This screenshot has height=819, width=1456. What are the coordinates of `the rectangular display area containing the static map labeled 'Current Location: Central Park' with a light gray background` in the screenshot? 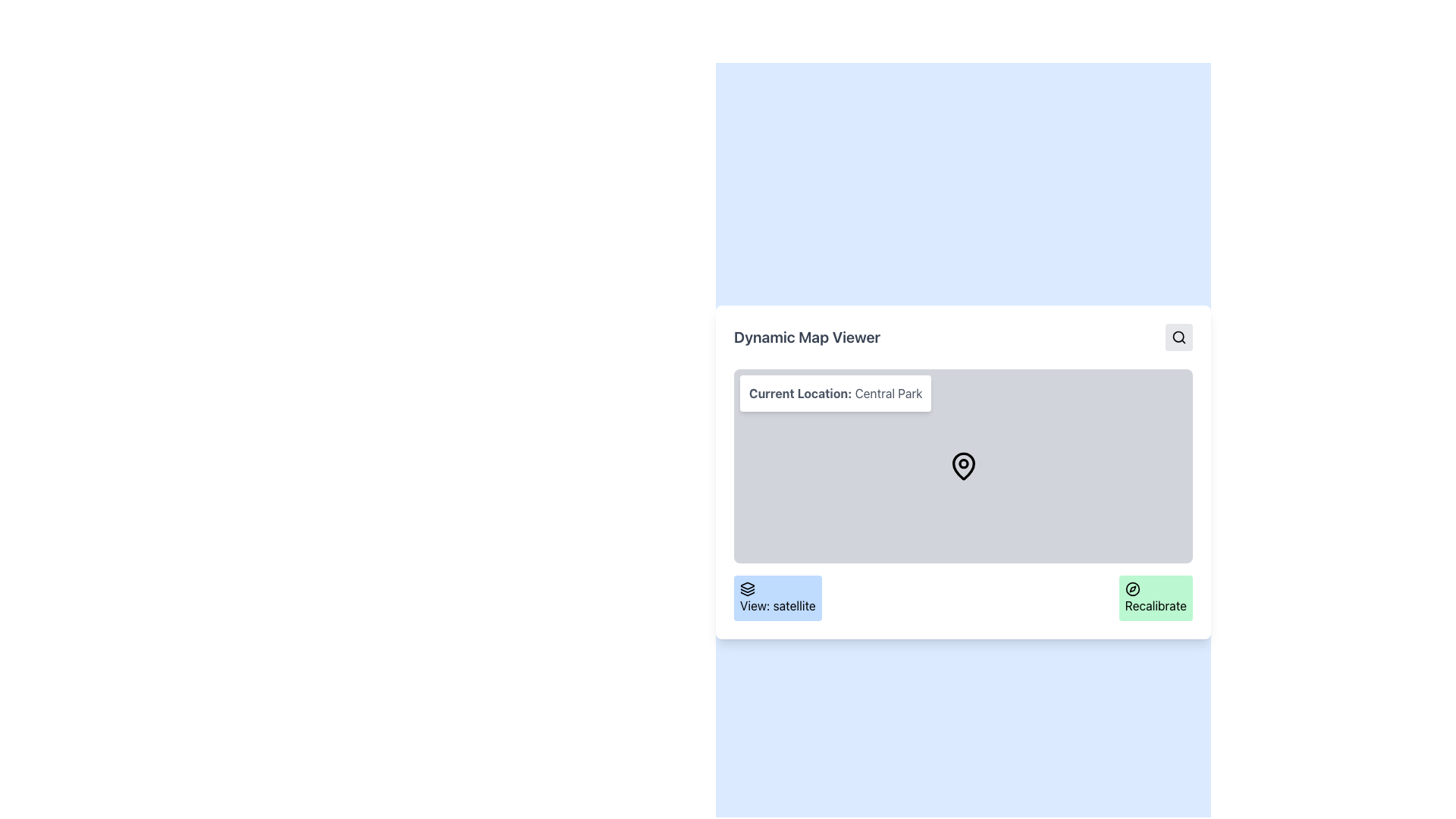 It's located at (962, 465).